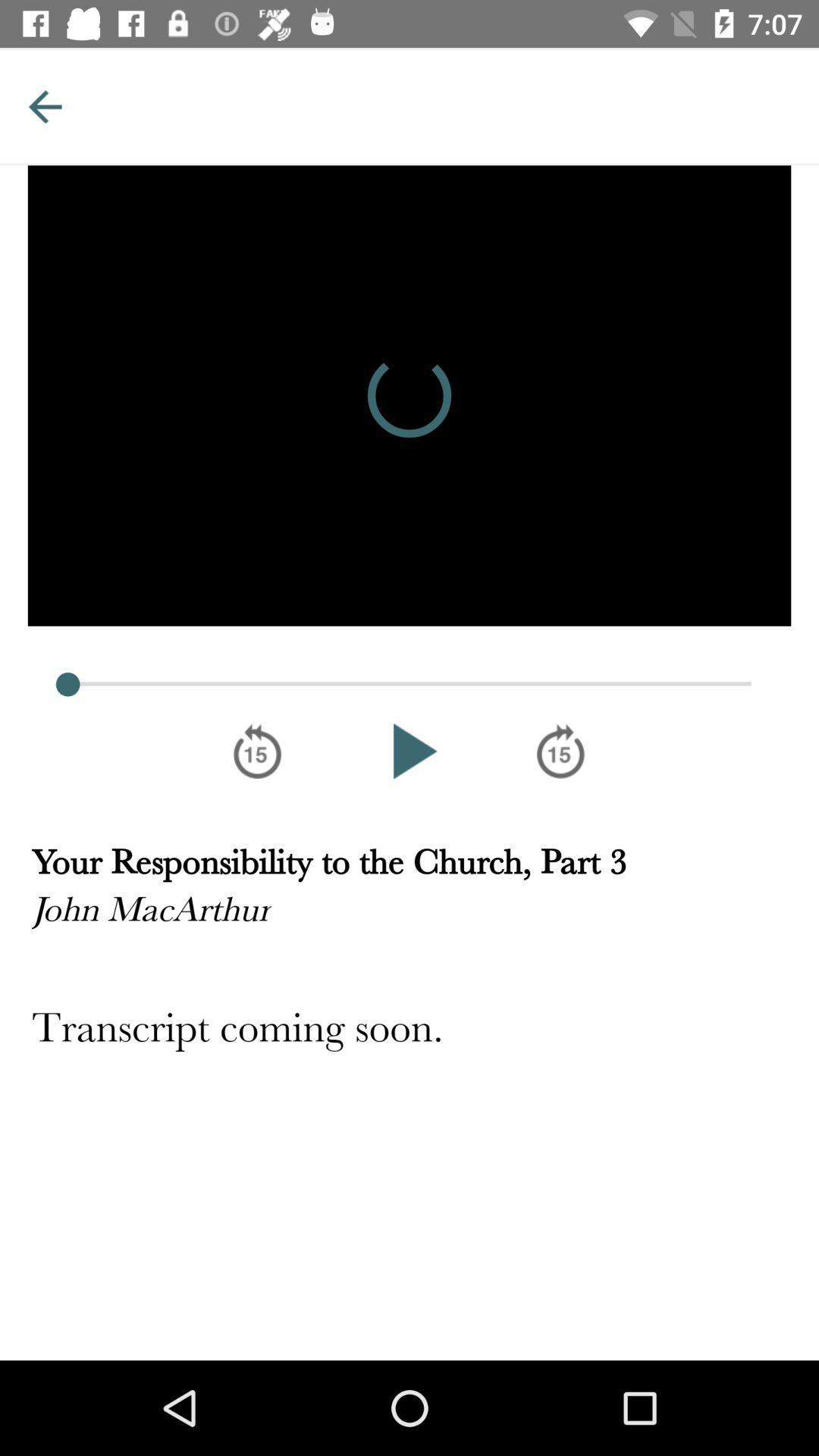 The height and width of the screenshot is (1456, 819). What do you see at coordinates (560, 751) in the screenshot?
I see `fast forward` at bounding box center [560, 751].